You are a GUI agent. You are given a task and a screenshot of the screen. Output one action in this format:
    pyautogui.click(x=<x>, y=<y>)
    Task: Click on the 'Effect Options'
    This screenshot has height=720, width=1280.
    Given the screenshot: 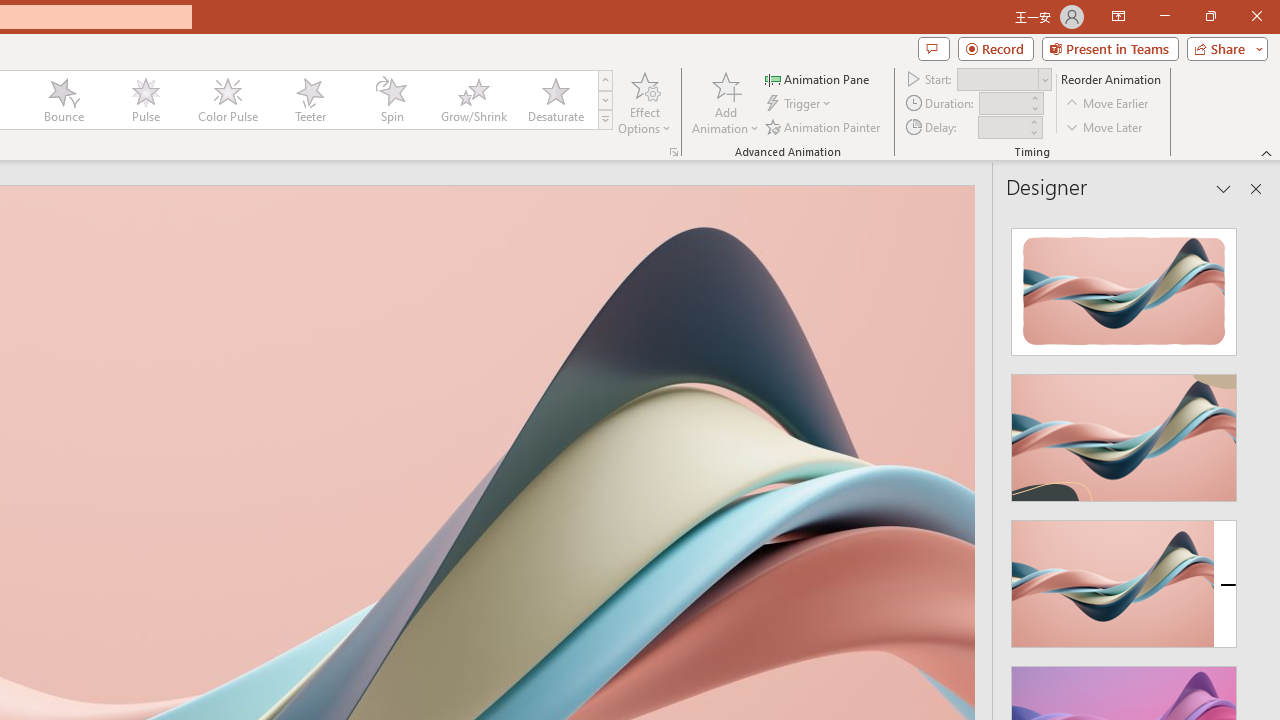 What is the action you would take?
    pyautogui.click(x=645, y=103)
    